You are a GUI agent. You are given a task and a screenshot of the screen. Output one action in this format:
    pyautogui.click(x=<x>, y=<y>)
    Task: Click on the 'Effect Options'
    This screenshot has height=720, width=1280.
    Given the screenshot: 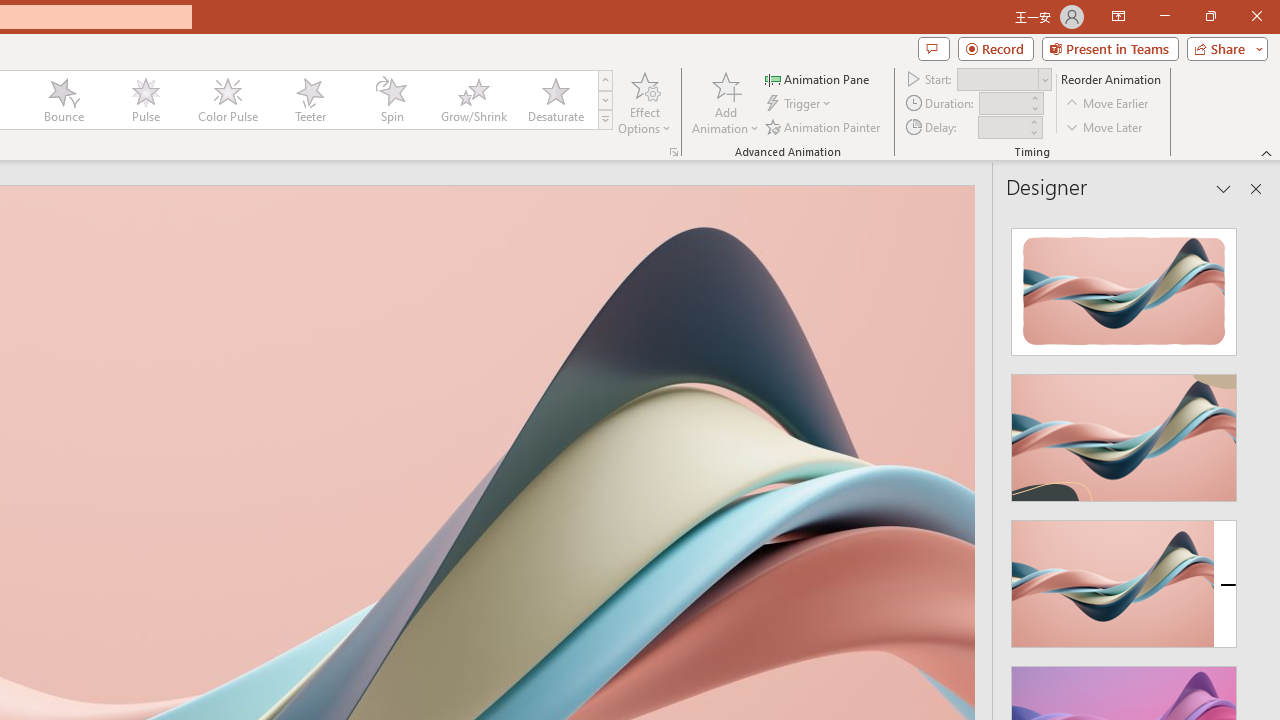 What is the action you would take?
    pyautogui.click(x=645, y=103)
    